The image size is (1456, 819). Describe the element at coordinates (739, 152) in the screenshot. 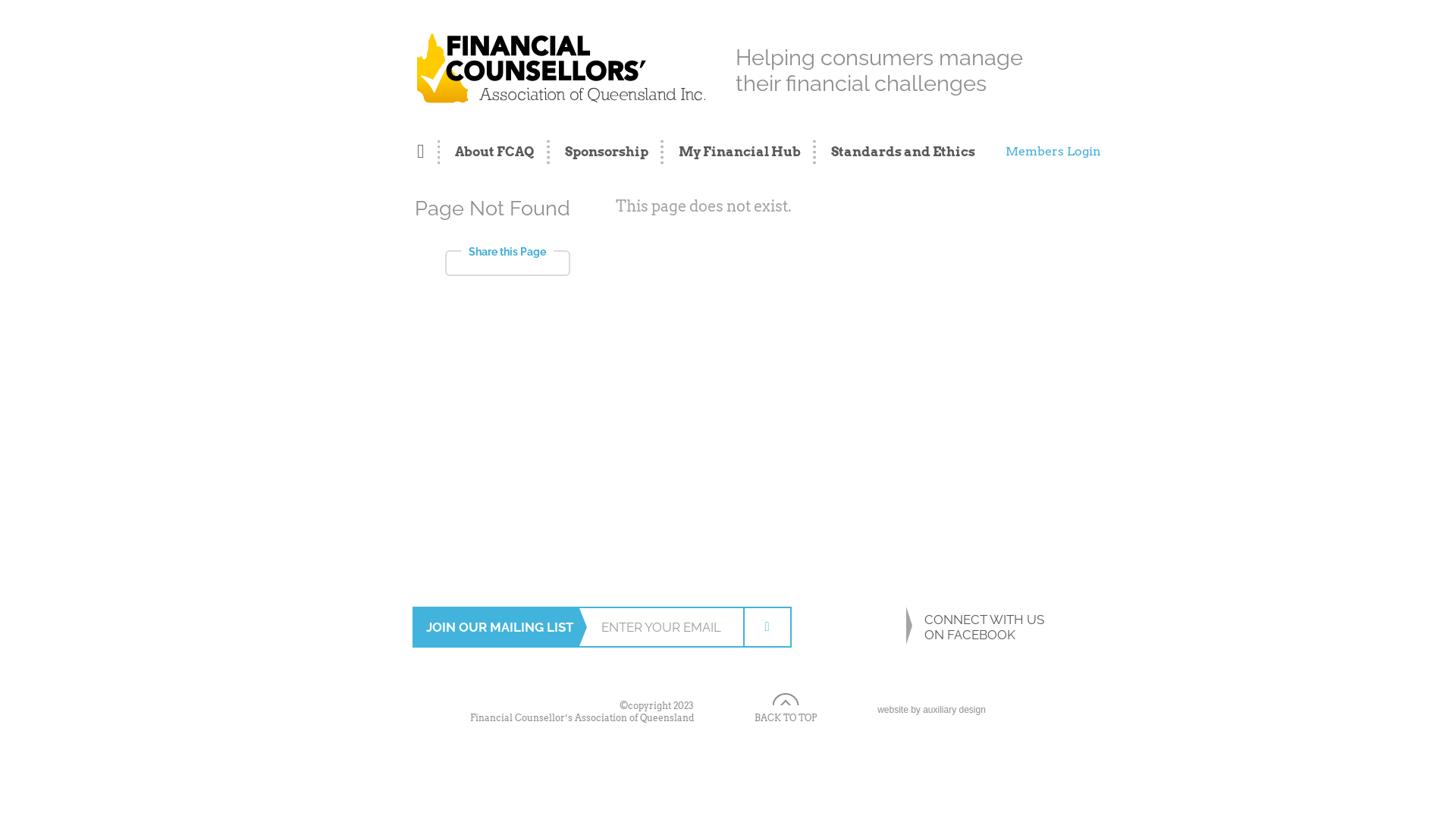

I see `'My Financial Hub'` at that location.